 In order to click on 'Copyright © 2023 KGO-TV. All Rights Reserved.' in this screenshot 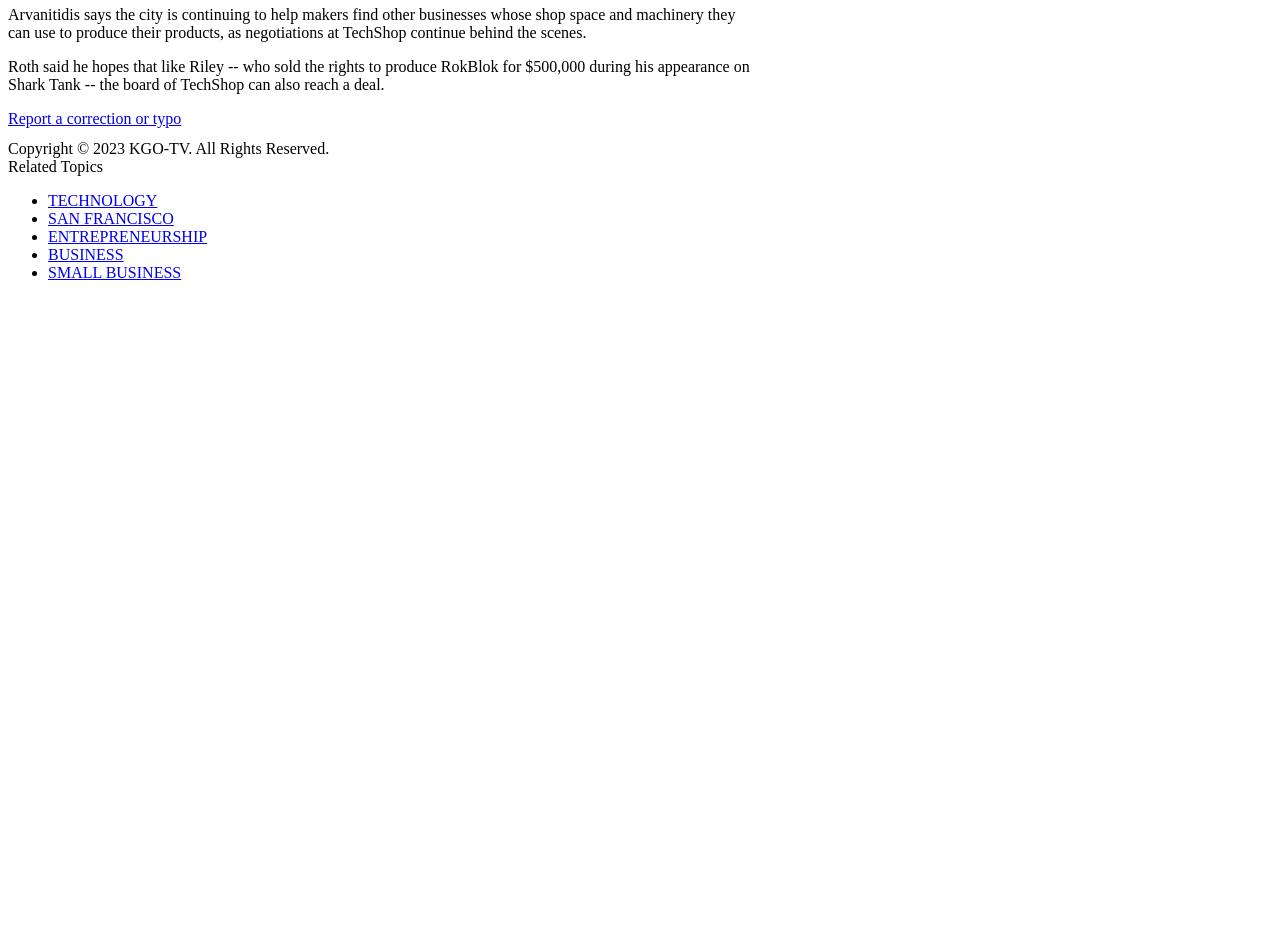, I will do `click(168, 148)`.